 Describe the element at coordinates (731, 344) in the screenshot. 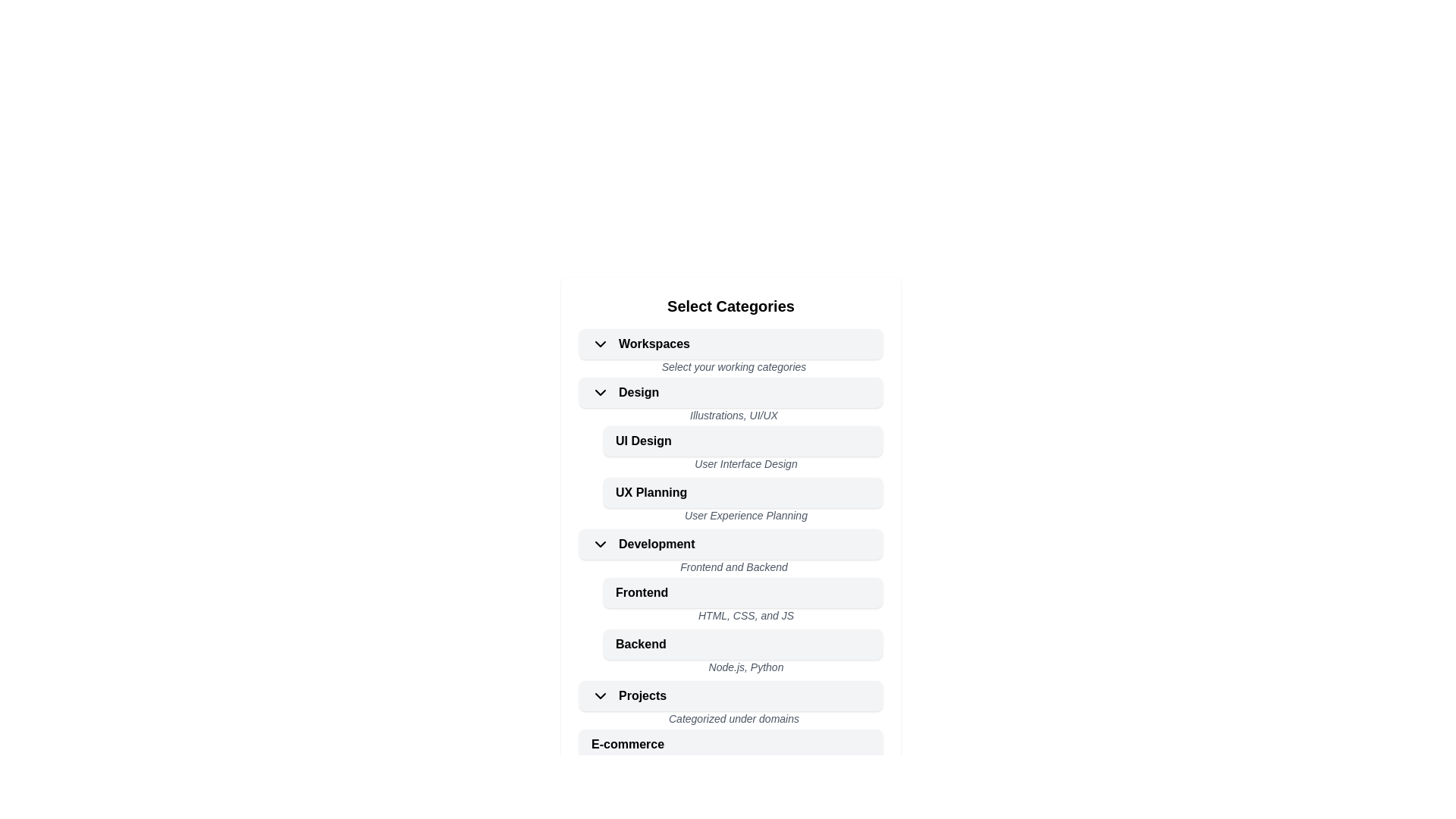

I see `the toggle button for the 'Workspaces' section, located under 'Select Categories'` at that location.